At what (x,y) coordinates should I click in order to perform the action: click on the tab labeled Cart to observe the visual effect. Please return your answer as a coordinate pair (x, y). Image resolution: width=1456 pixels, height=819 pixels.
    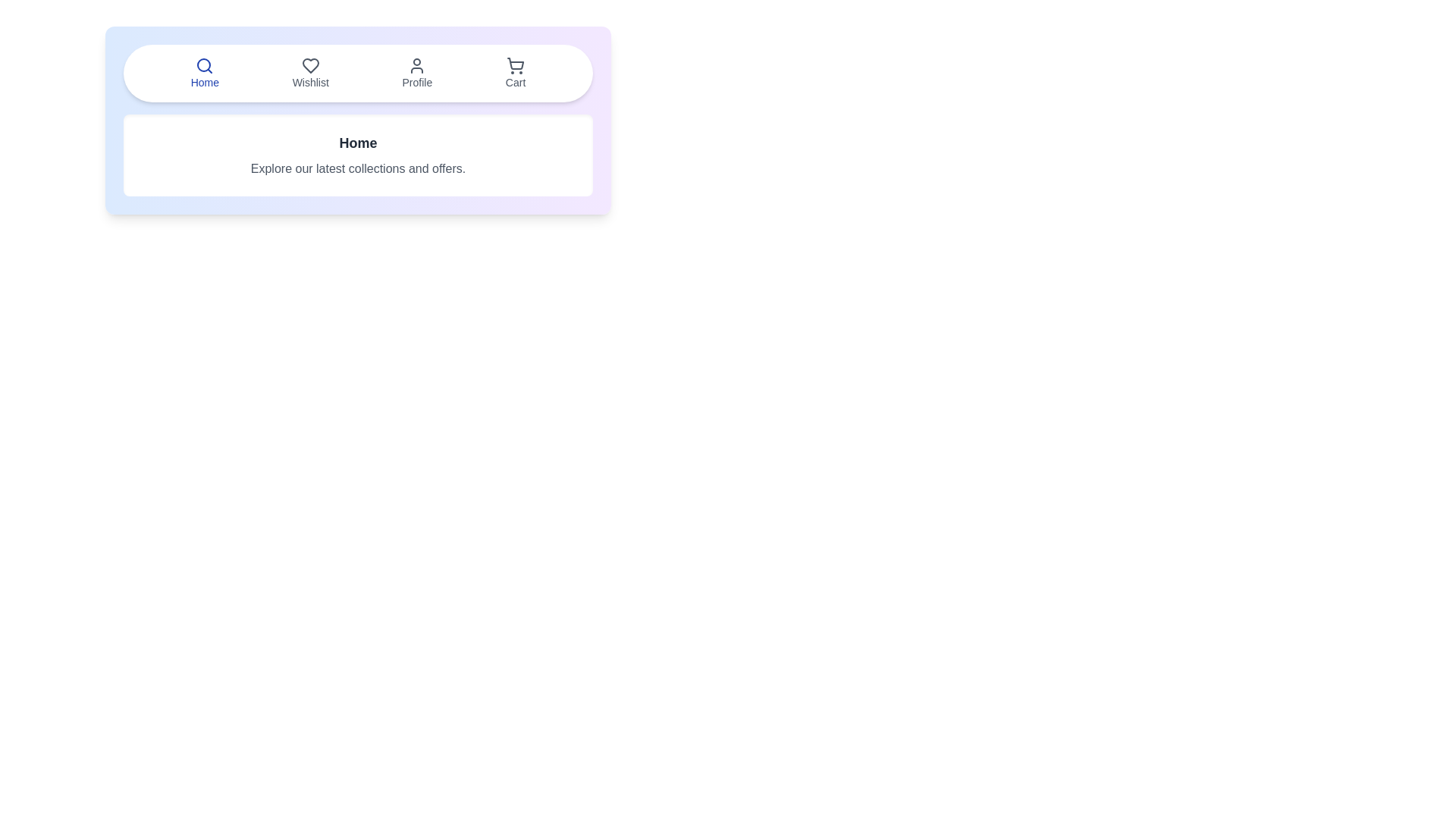
    Looking at the image, I should click on (516, 73).